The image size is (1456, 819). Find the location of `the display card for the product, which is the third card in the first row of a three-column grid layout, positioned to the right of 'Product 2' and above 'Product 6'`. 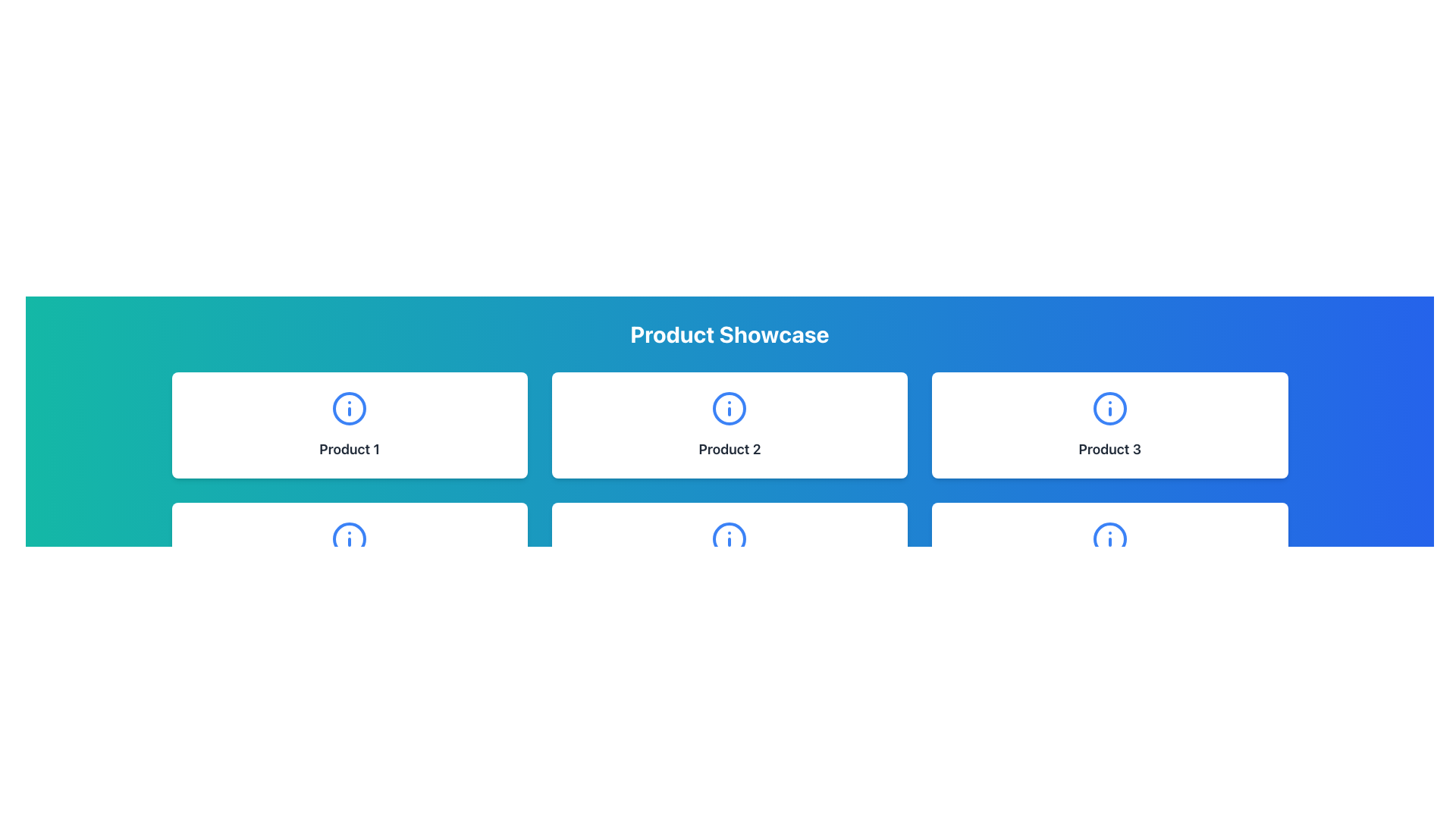

the display card for the product, which is the third card in the first row of a three-column grid layout, positioned to the right of 'Product 2' and above 'Product 6' is located at coordinates (1109, 425).